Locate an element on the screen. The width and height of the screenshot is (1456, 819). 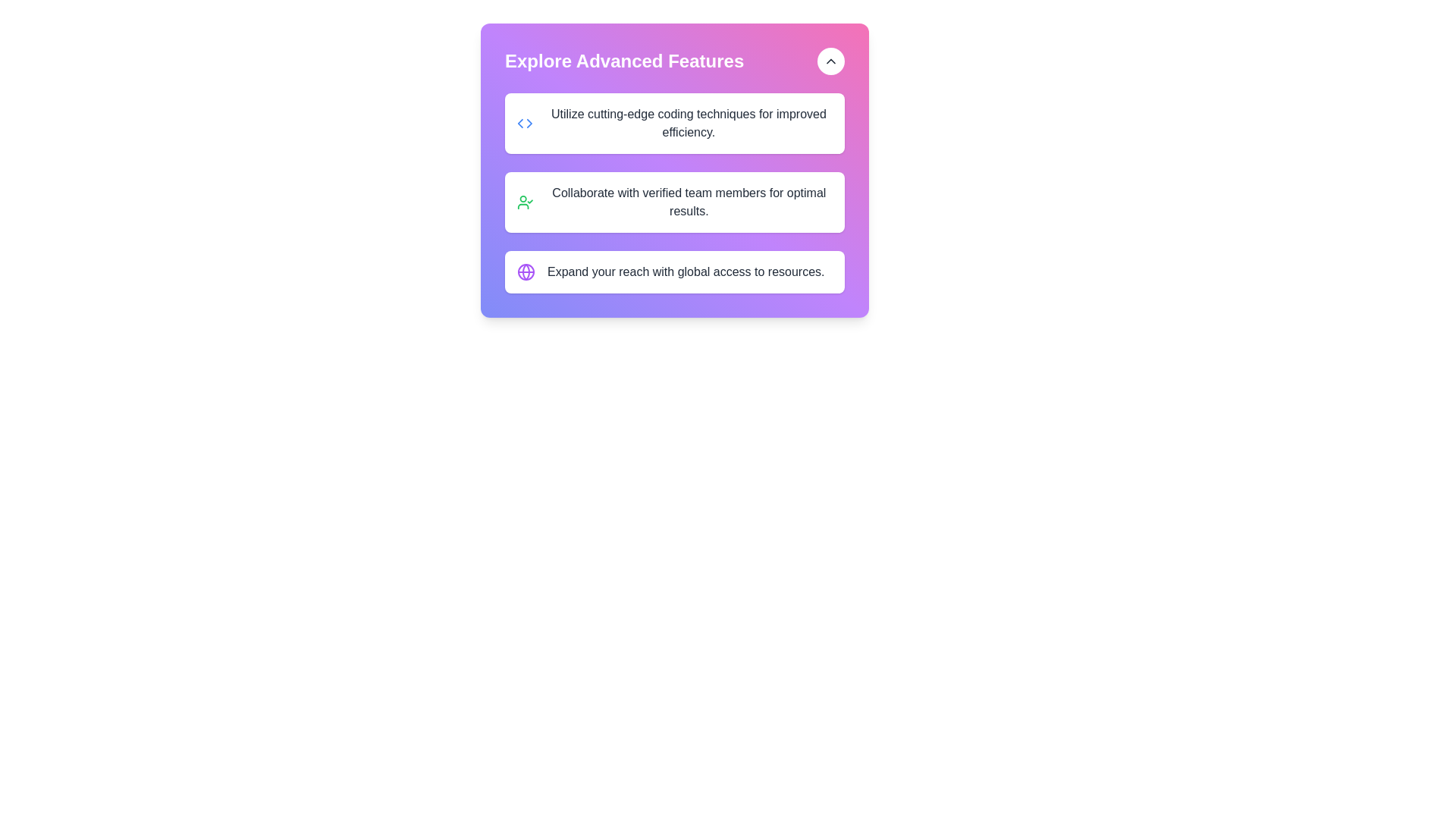
the text label that reads 'Collaborate with verified team members for optimal results.' which is styled in a clean, modern font and is positioned in a vertical list of features under 'Explore Advanced Features' is located at coordinates (688, 201).